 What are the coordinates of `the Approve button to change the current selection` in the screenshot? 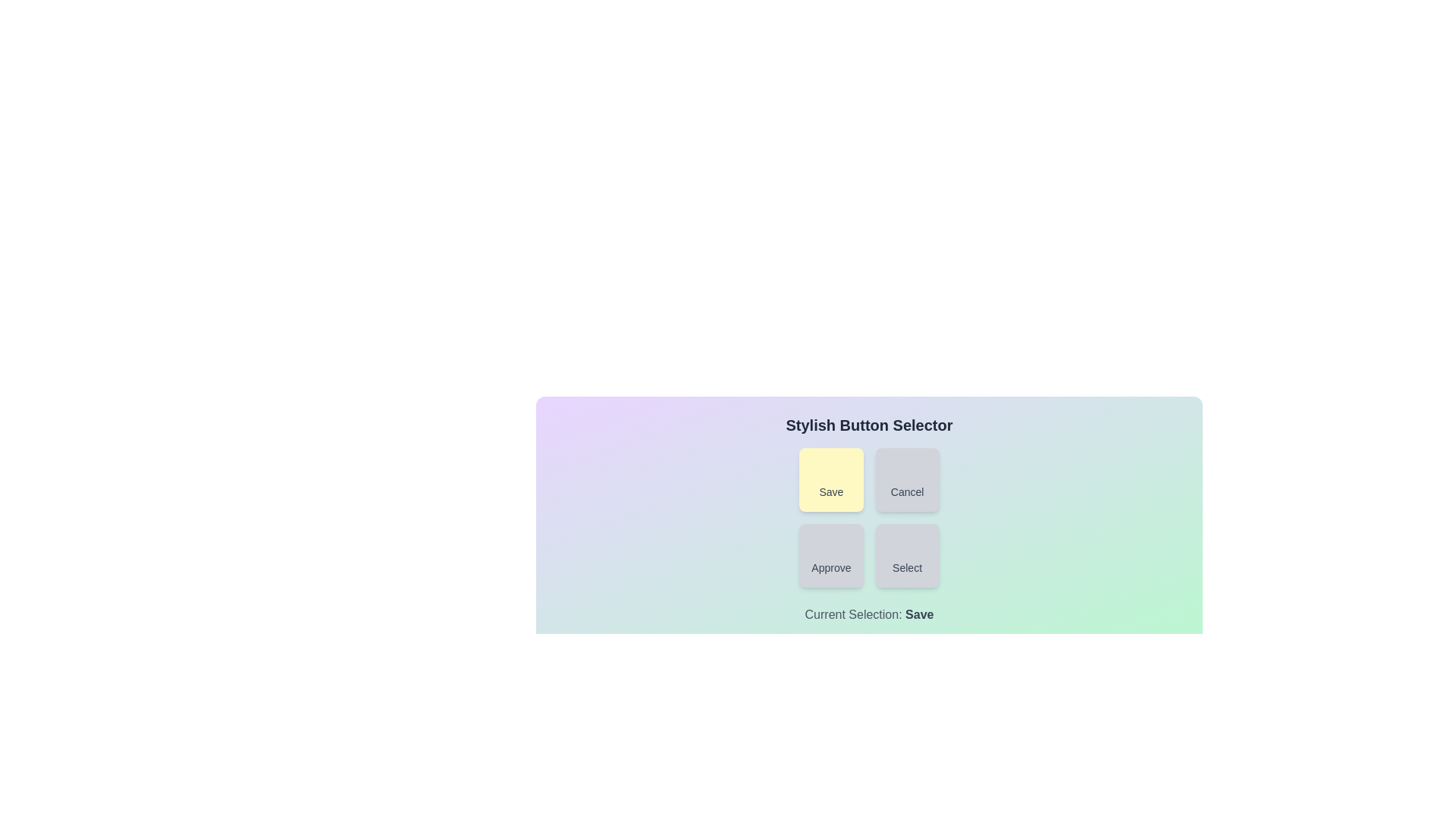 It's located at (830, 555).